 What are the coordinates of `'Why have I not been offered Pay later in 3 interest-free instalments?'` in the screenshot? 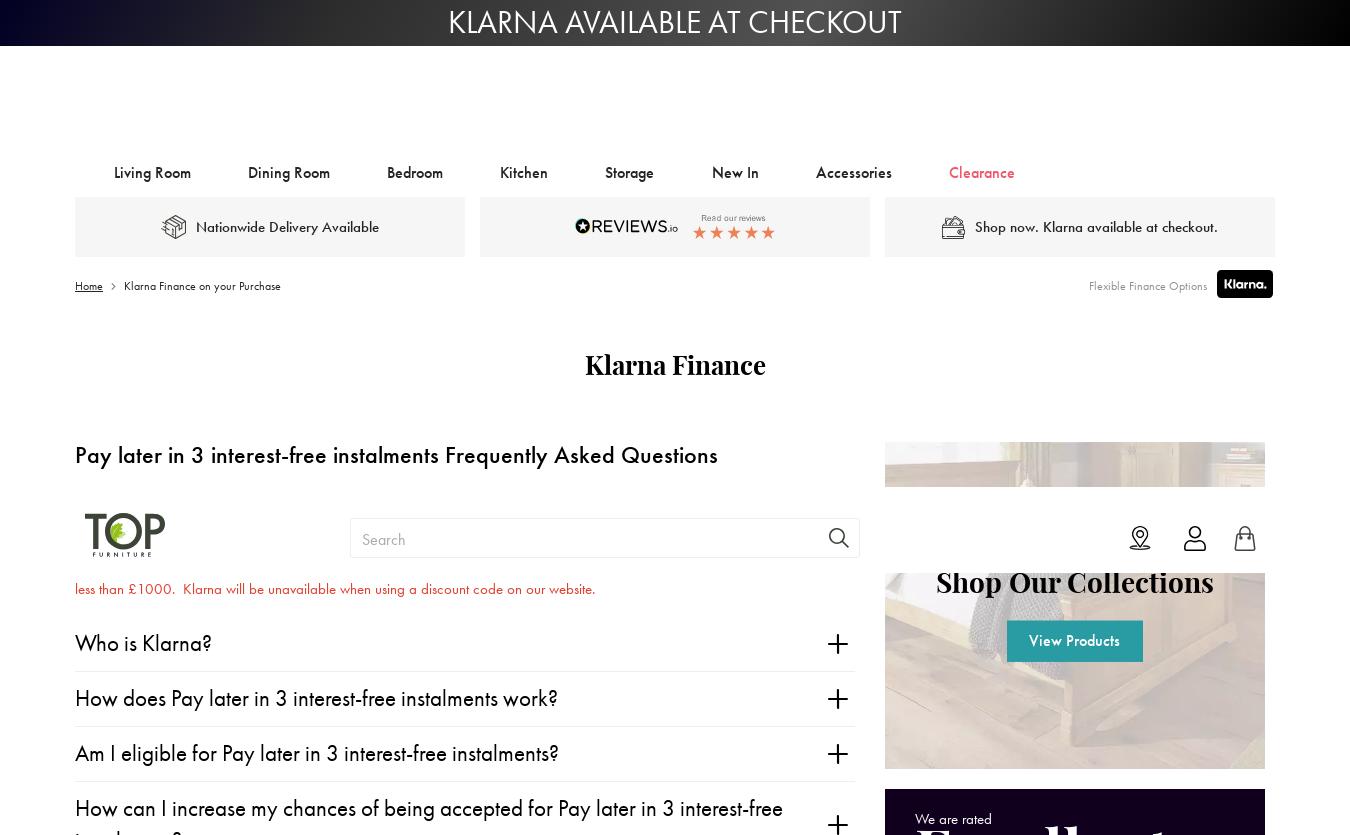 It's located at (373, 501).